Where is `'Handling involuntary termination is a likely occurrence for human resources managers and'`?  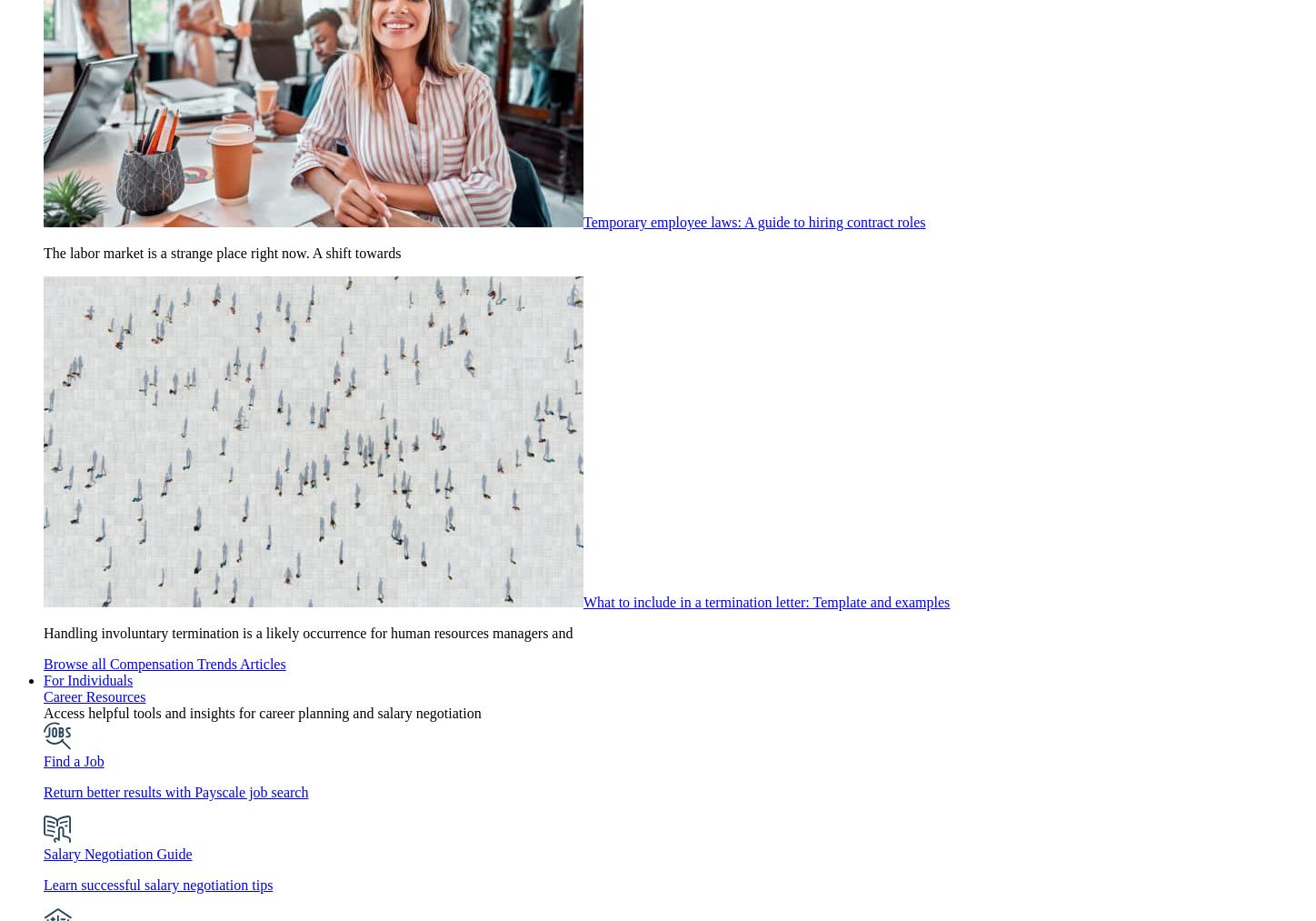
'Handling involuntary termination is a likely occurrence for human resources managers and' is located at coordinates (306, 632).